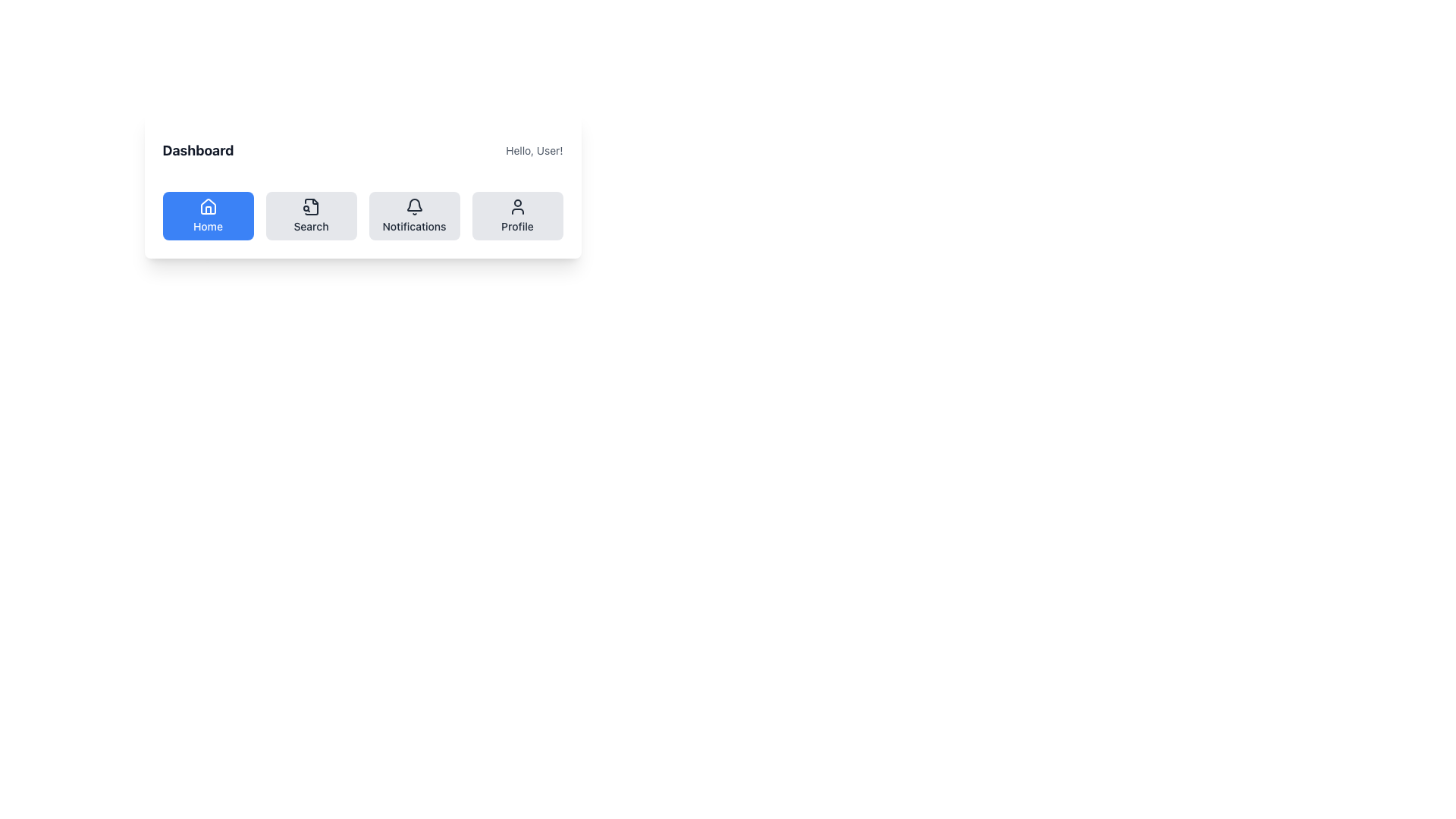 The image size is (1456, 819). What do you see at coordinates (414, 227) in the screenshot?
I see `the 'Notifications' text label, which is a small-sized text in dark gray color located below a bell icon in the third button of the horizontal navigation bar` at bounding box center [414, 227].